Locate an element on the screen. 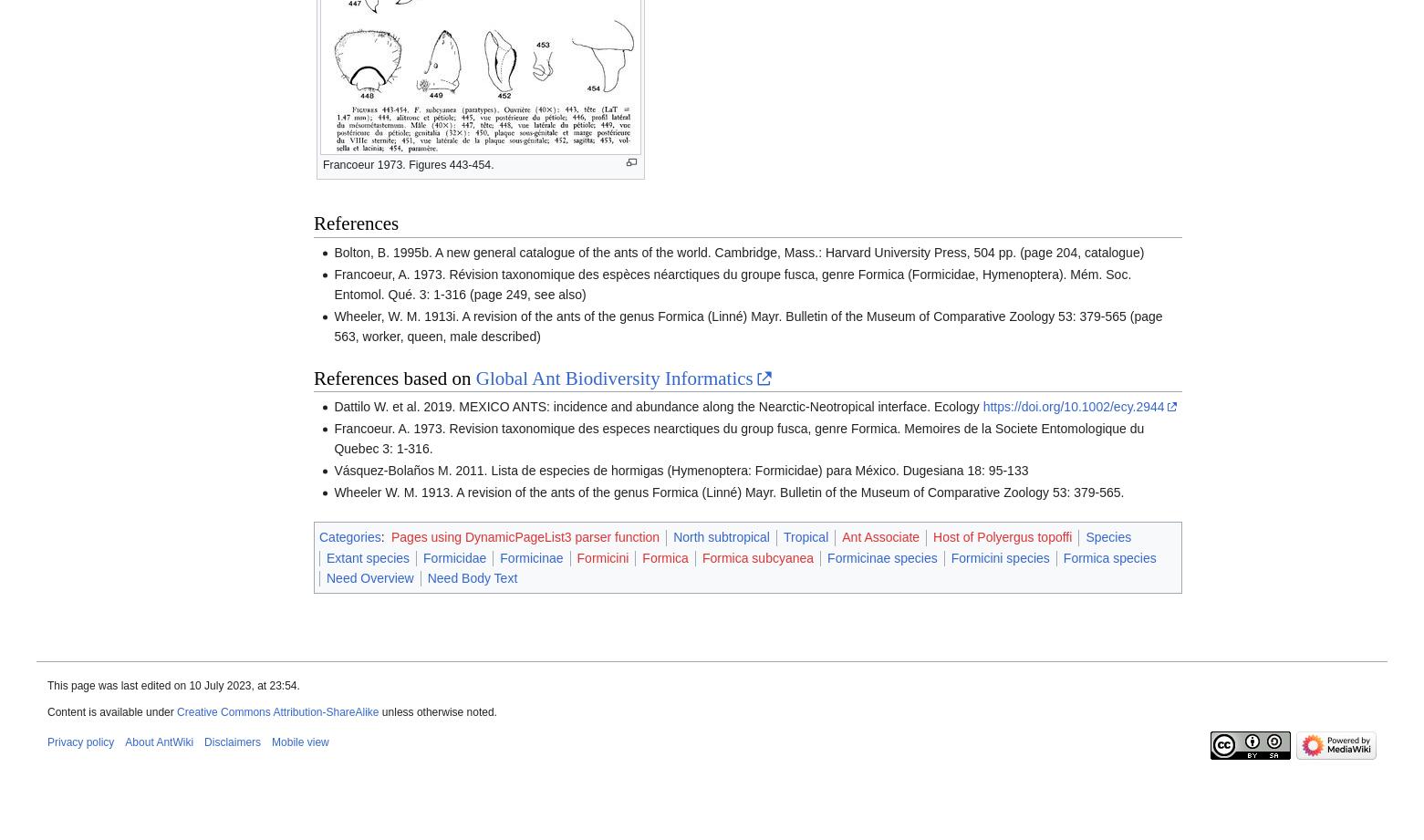 This screenshot has width=1424, height=840. 'Creative Commons Attribution-ShareAlike' is located at coordinates (277, 711).